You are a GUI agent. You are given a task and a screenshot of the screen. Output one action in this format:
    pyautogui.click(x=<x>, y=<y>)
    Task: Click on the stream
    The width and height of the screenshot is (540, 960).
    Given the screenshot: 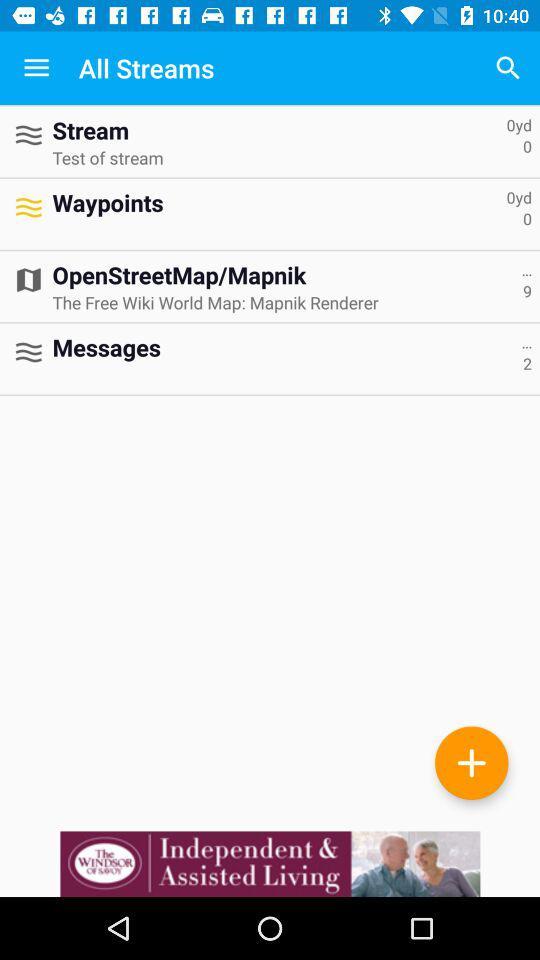 What is the action you would take?
    pyautogui.click(x=471, y=762)
    